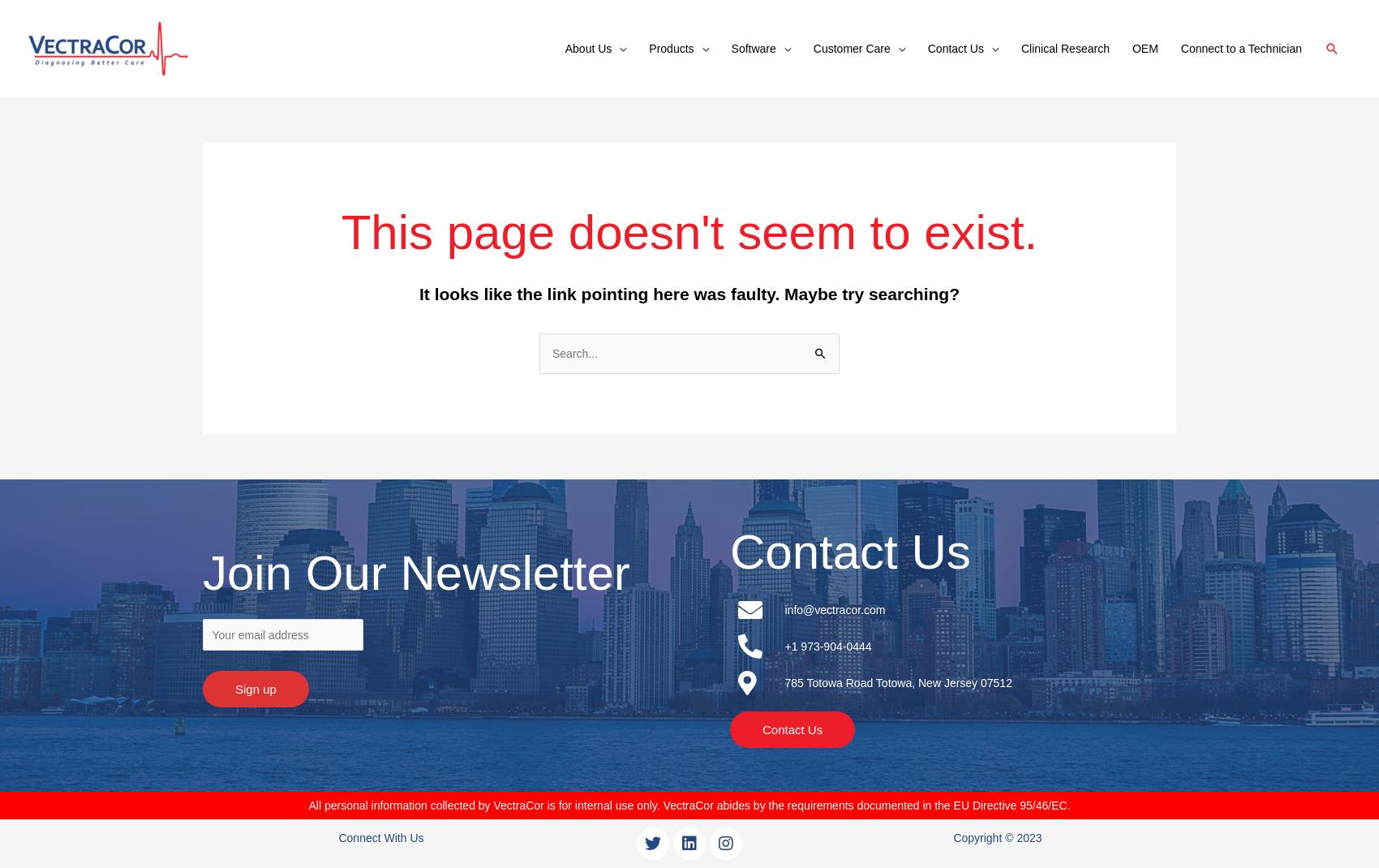 The width and height of the screenshot is (1379, 868). I want to click on 'About Us', so click(588, 48).